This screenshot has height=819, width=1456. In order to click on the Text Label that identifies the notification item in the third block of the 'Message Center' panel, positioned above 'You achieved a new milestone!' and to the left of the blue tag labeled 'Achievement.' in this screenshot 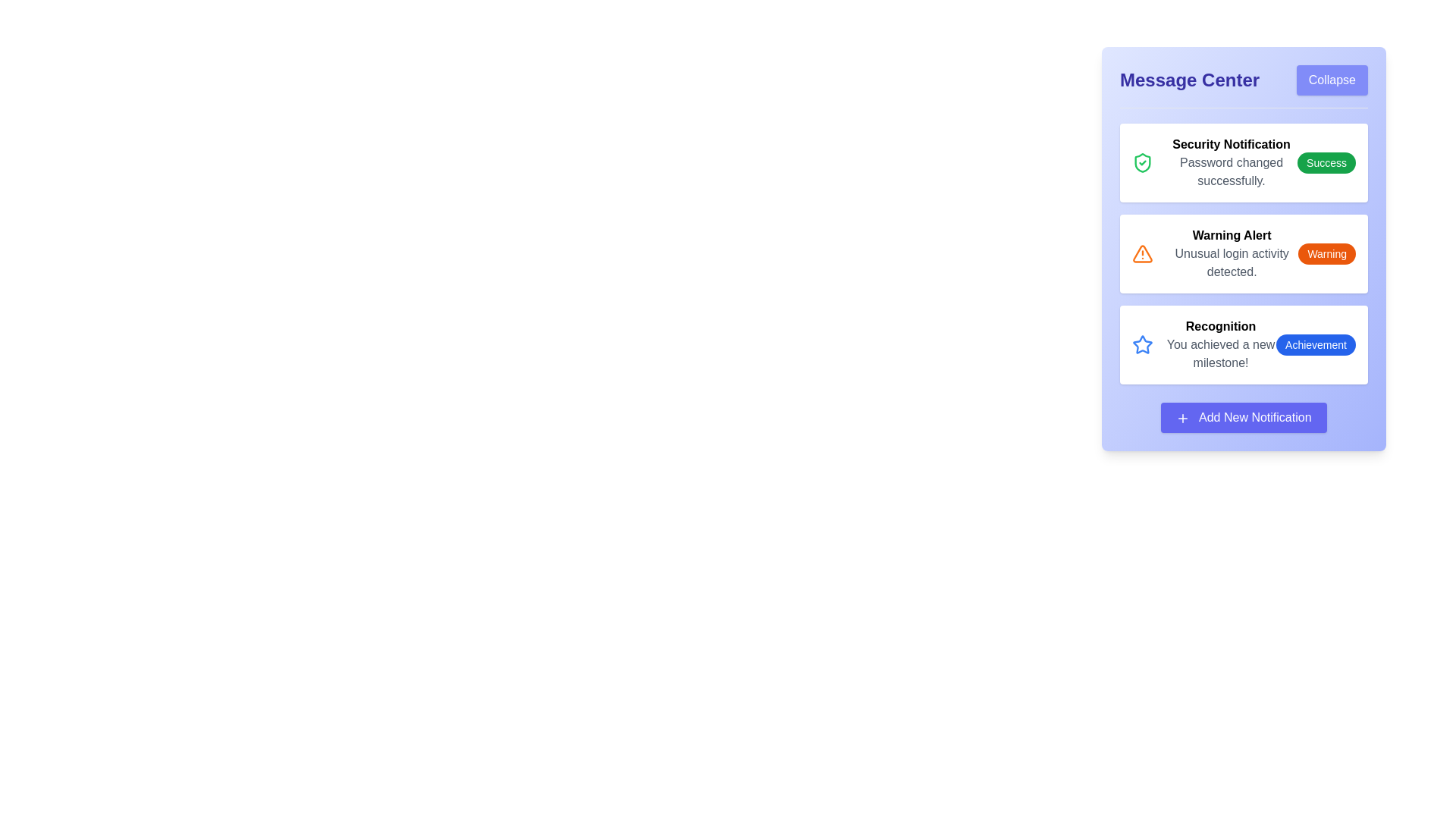, I will do `click(1221, 326)`.